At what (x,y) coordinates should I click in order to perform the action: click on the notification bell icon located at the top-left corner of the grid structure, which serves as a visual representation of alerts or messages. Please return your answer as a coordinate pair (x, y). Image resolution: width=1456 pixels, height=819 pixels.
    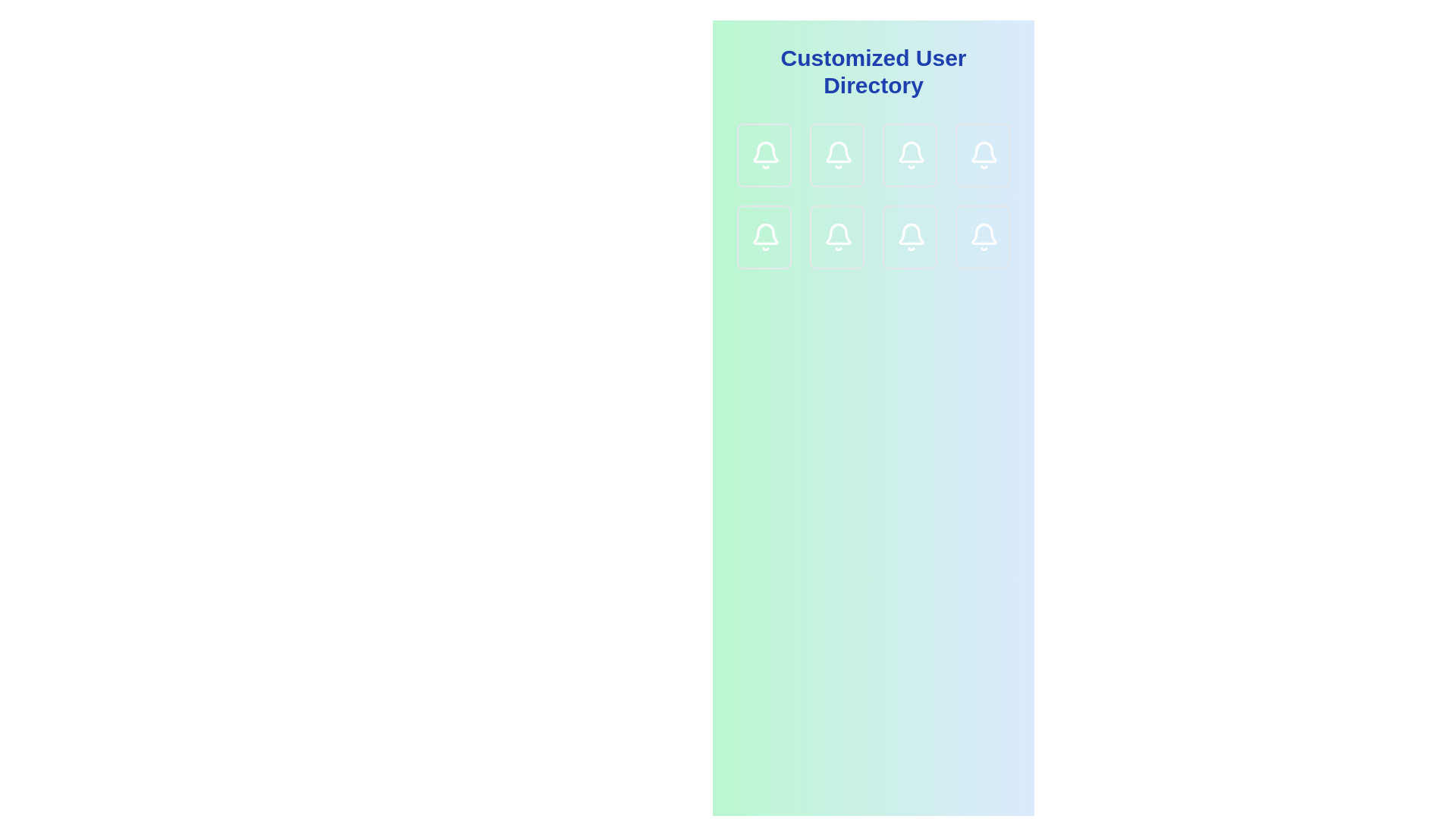
    Looking at the image, I should click on (765, 155).